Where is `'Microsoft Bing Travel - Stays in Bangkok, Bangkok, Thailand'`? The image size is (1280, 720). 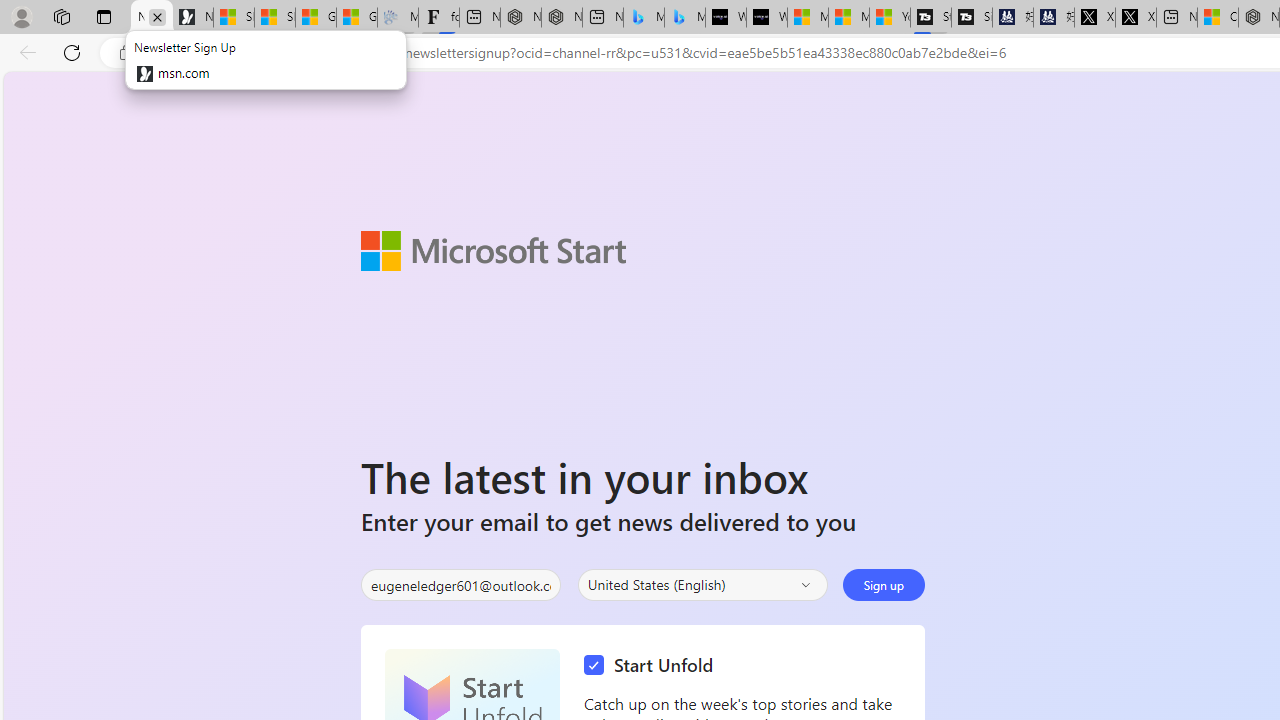
'Microsoft Bing Travel - Stays in Bangkok, Bangkok, Thailand' is located at coordinates (643, 17).